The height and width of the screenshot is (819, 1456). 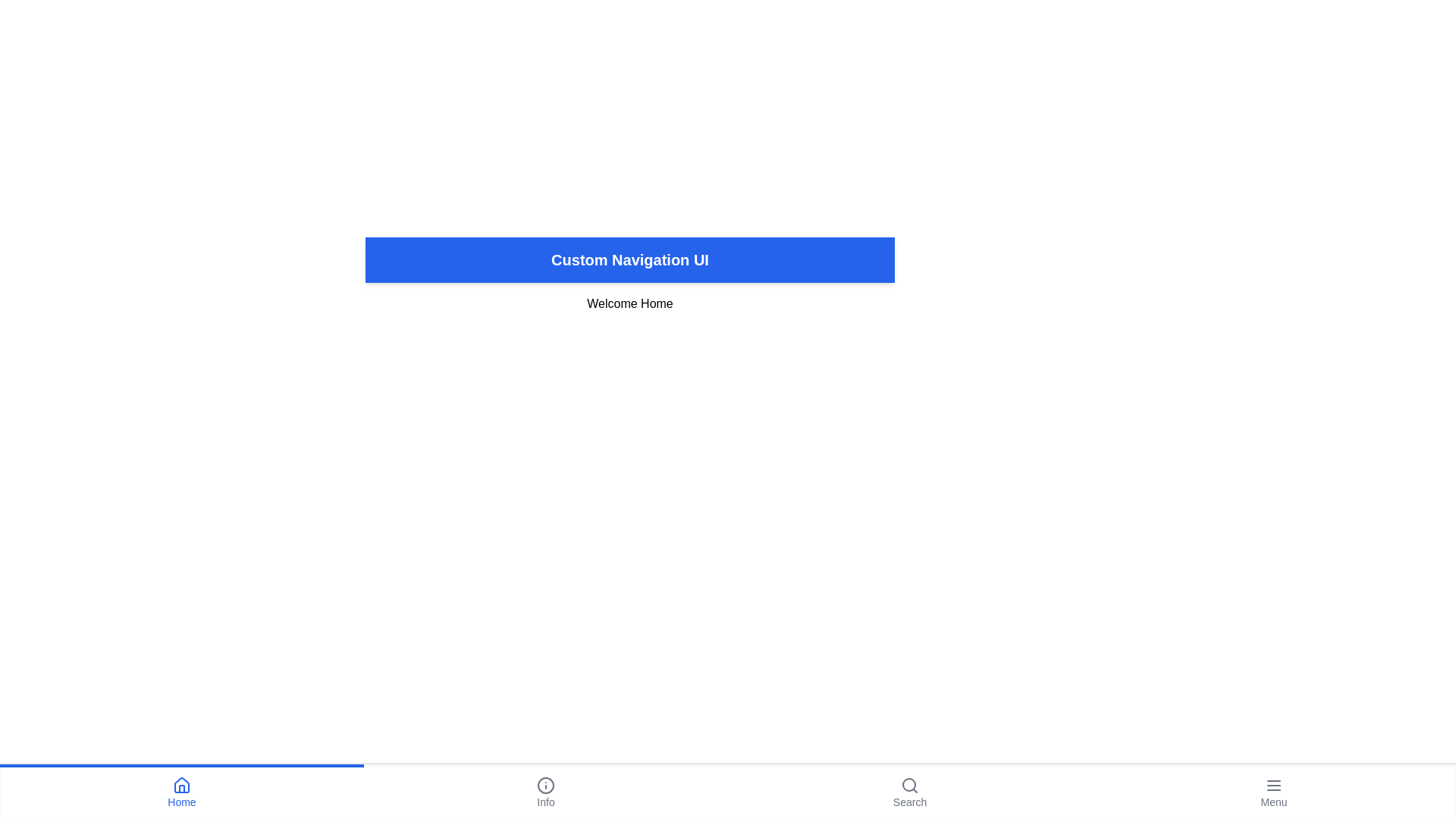 I want to click on the Icon component representing the lens of the magnifying glass in the search icon located at the bottom navigation bar, so click(x=909, y=784).